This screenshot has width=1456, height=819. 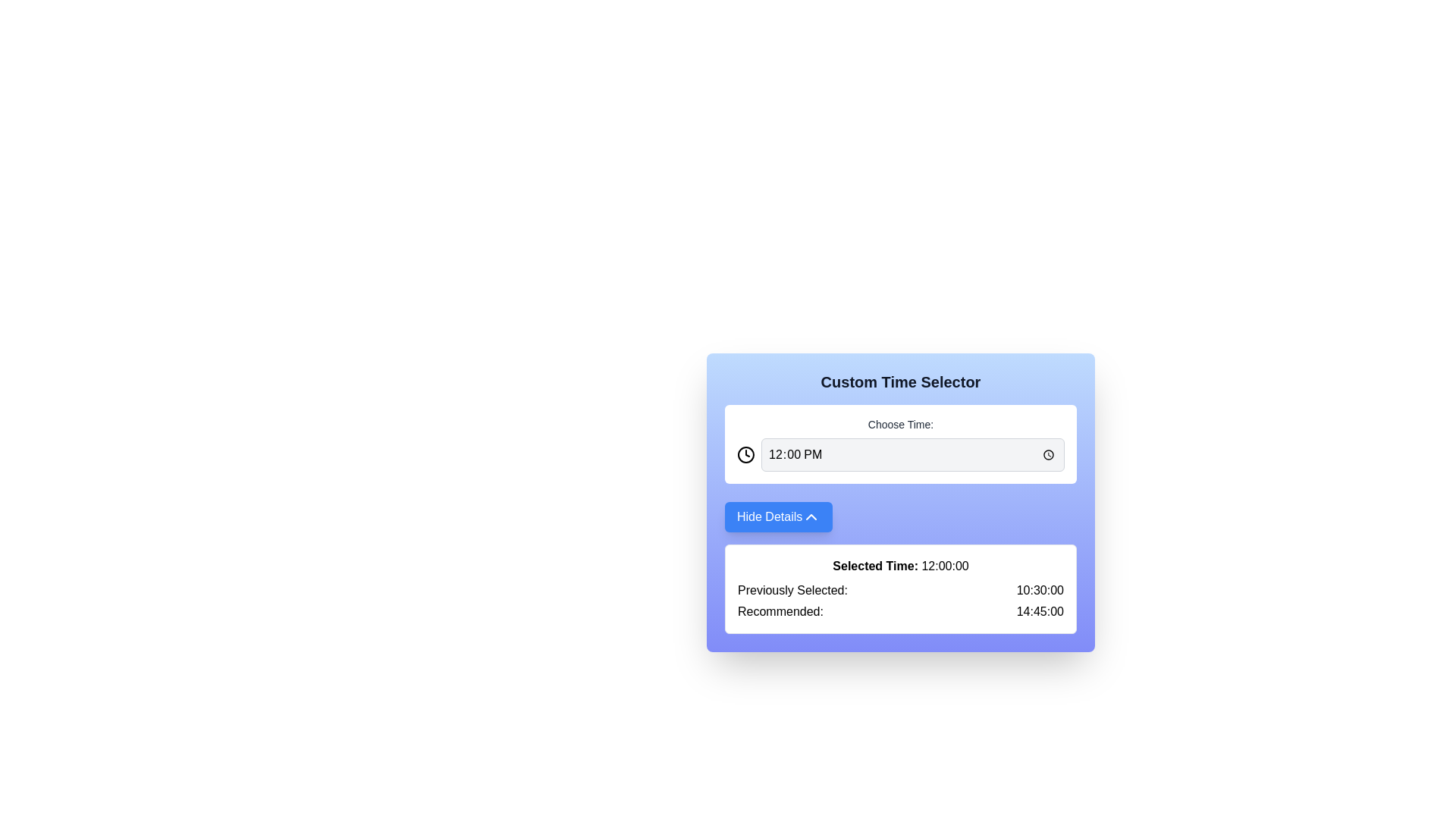 I want to click on the Text display element that showcases information about previously selected time for accessibility tools, so click(x=901, y=590).